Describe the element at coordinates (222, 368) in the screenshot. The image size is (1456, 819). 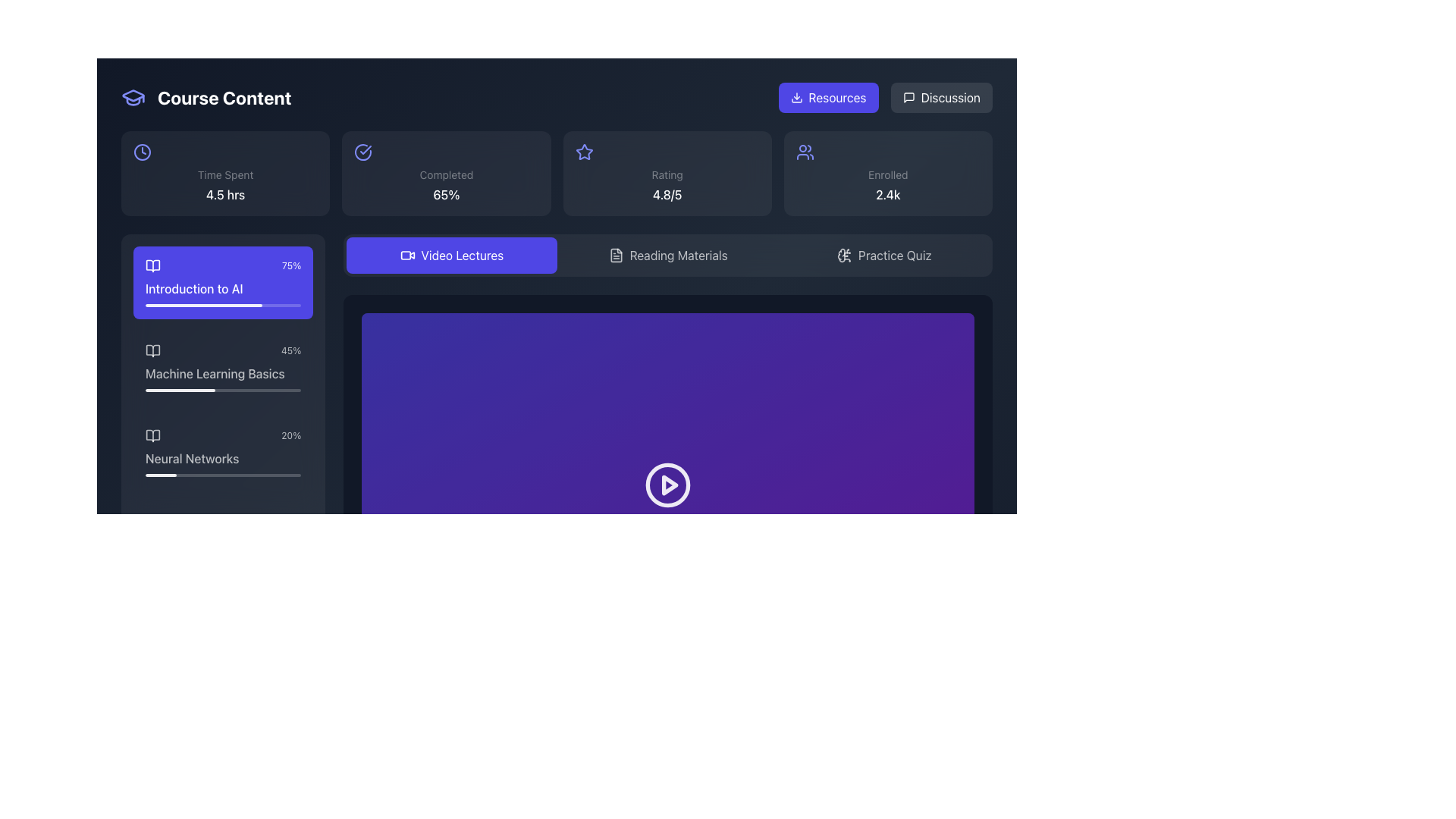
I see `on the second interactive card in the 'Course Content' panel` at that location.